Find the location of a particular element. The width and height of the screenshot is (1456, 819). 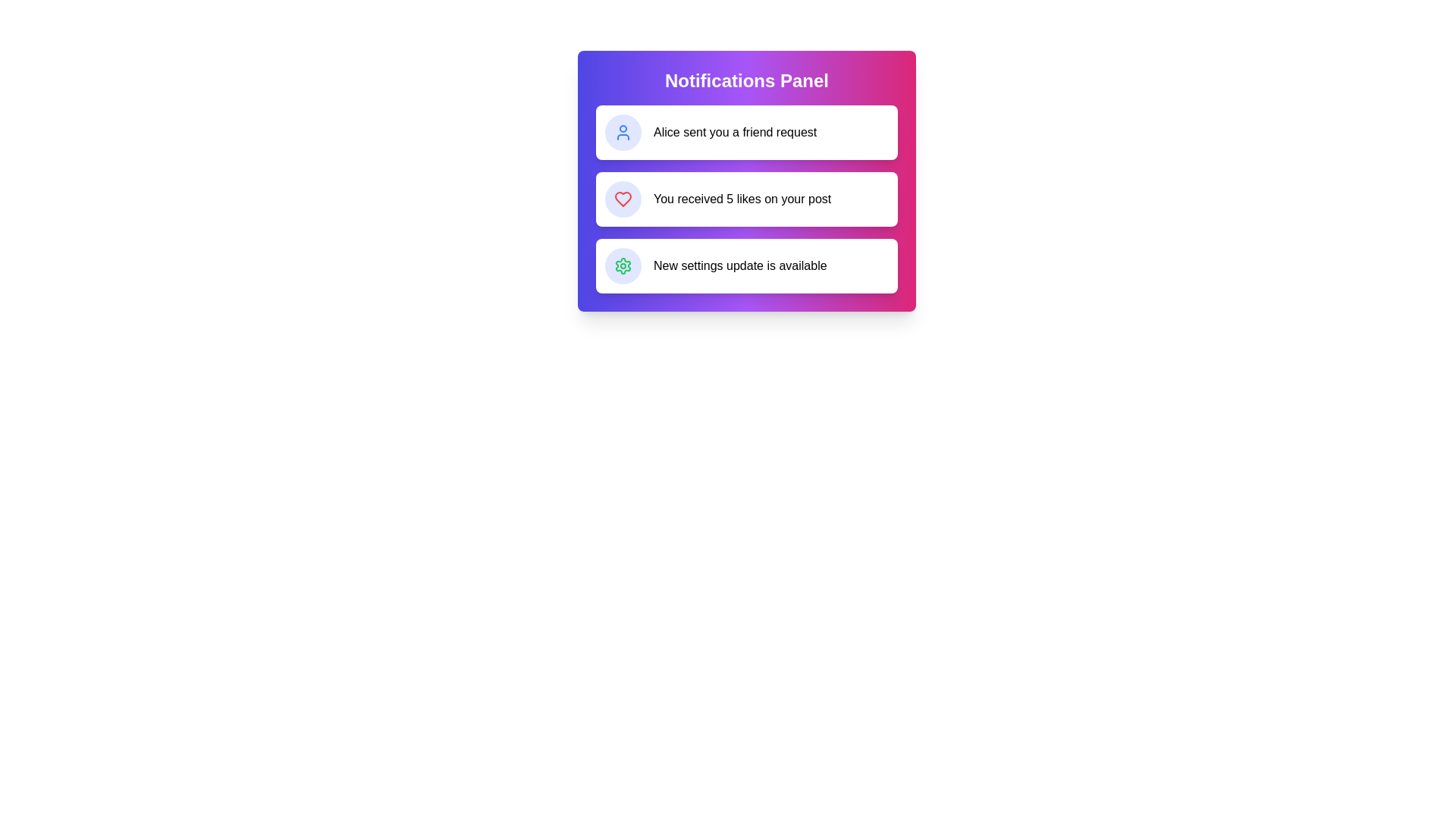

the icon representing notifications about settings updates located at the leftmost side of the third notification row inside the 'Notifications Panel' is located at coordinates (623, 265).